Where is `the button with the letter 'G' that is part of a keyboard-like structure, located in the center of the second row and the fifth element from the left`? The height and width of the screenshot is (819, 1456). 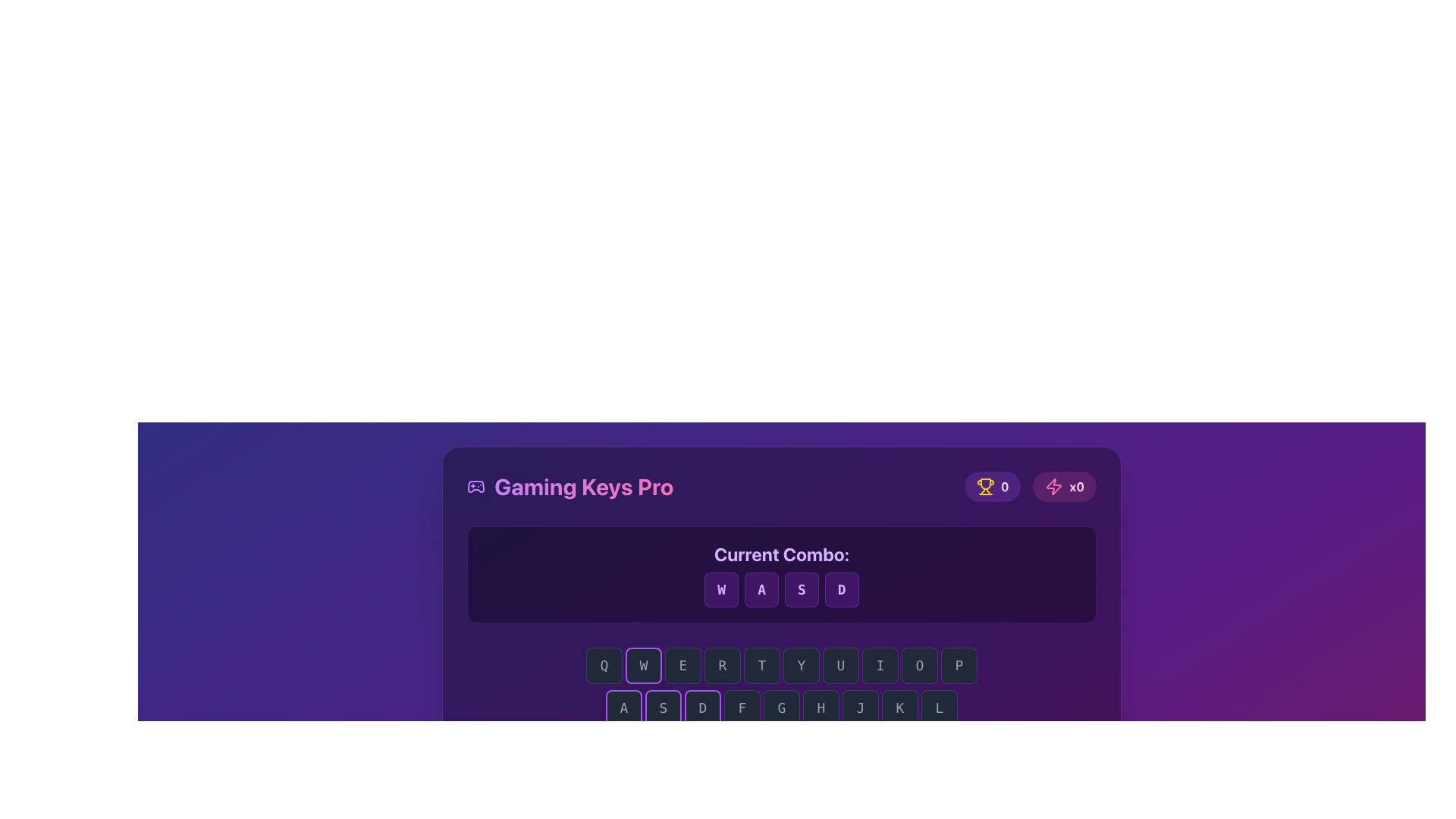
the button with the letter 'G' that is part of a keyboard-like structure, located in the center of the second row and the fifth element from the left is located at coordinates (782, 708).